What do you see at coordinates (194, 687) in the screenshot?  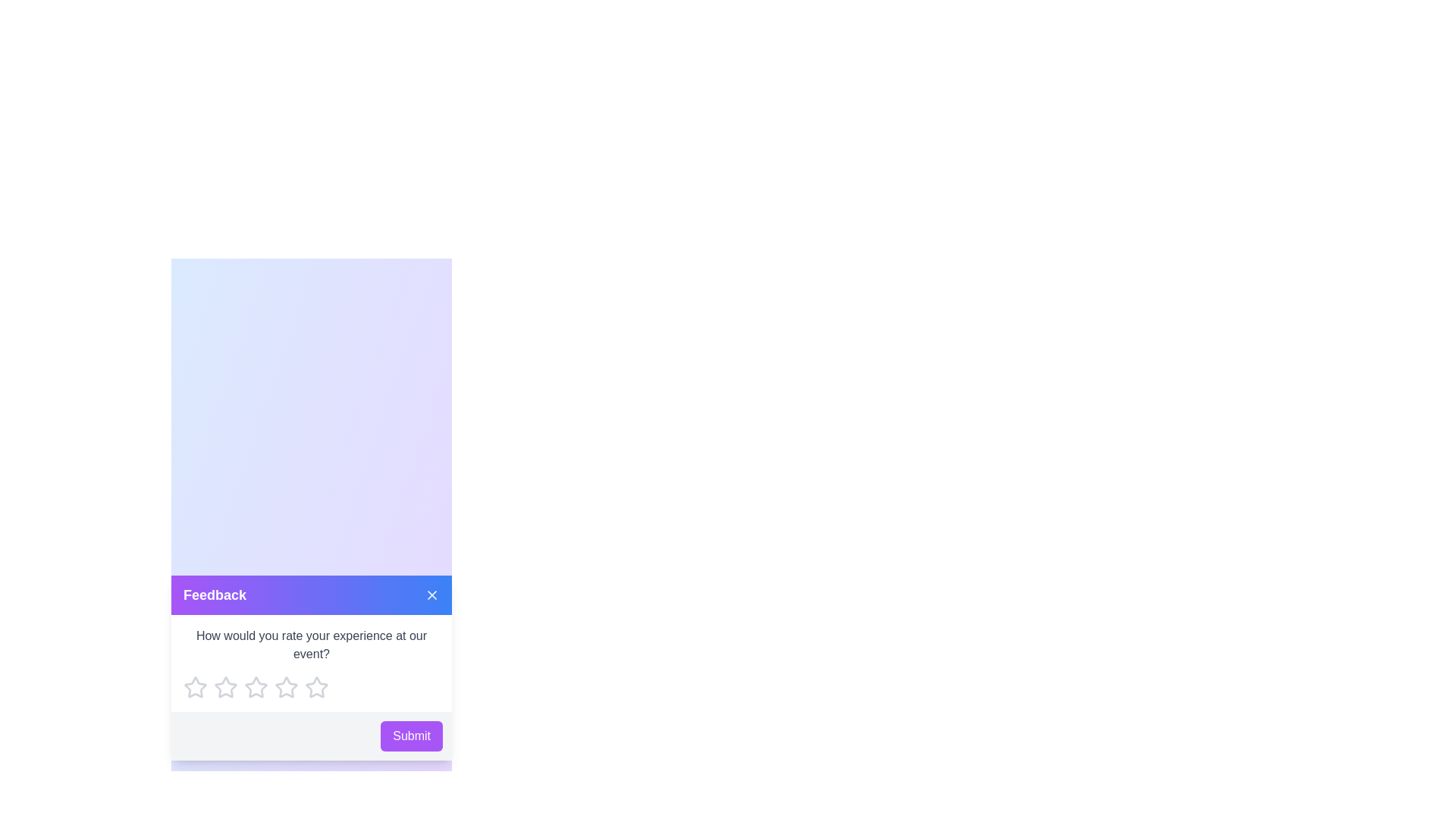 I see `the first rating star icon` at bounding box center [194, 687].